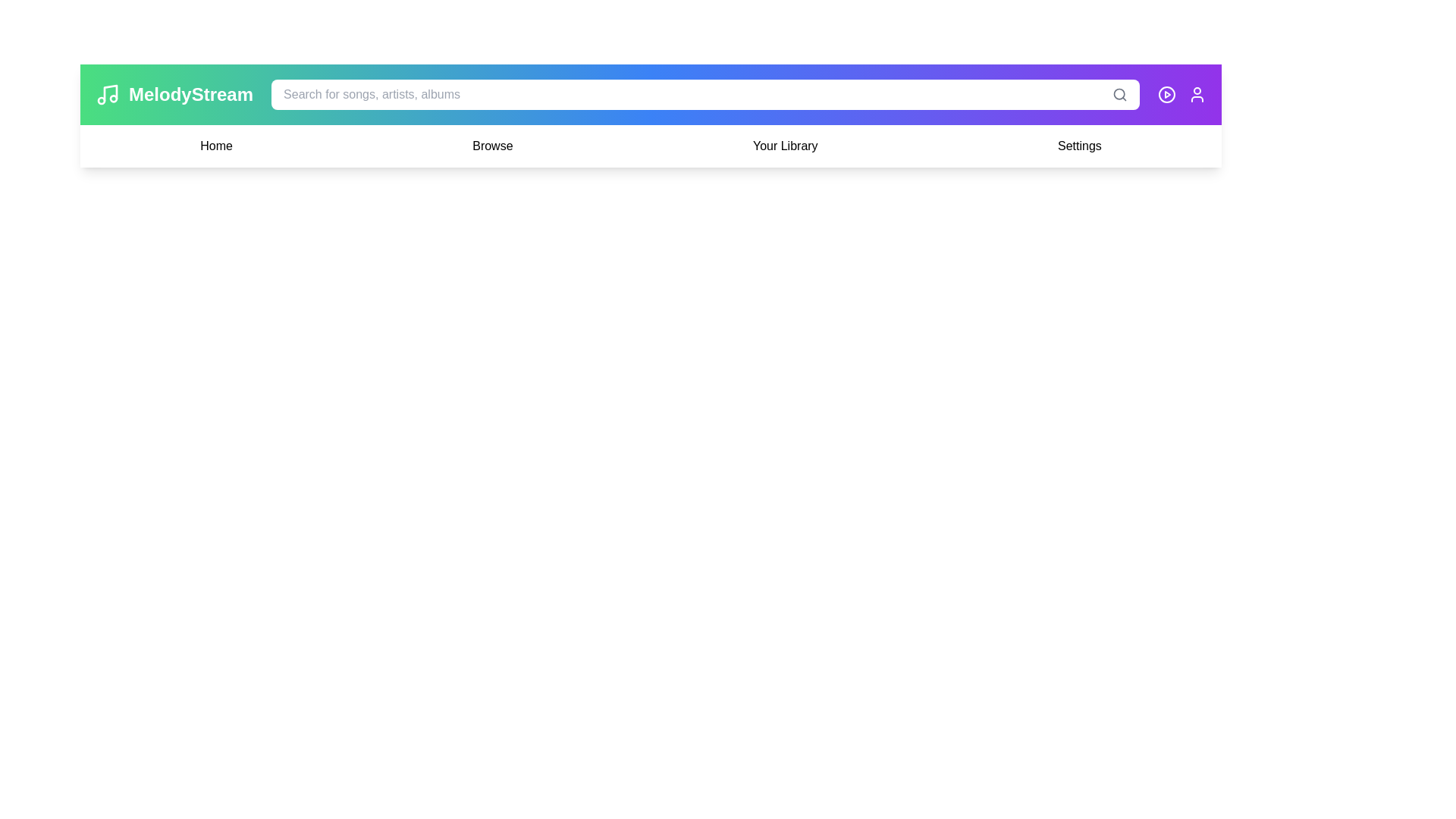  What do you see at coordinates (1079, 146) in the screenshot?
I see `the menu item Settings from the navigation bar` at bounding box center [1079, 146].